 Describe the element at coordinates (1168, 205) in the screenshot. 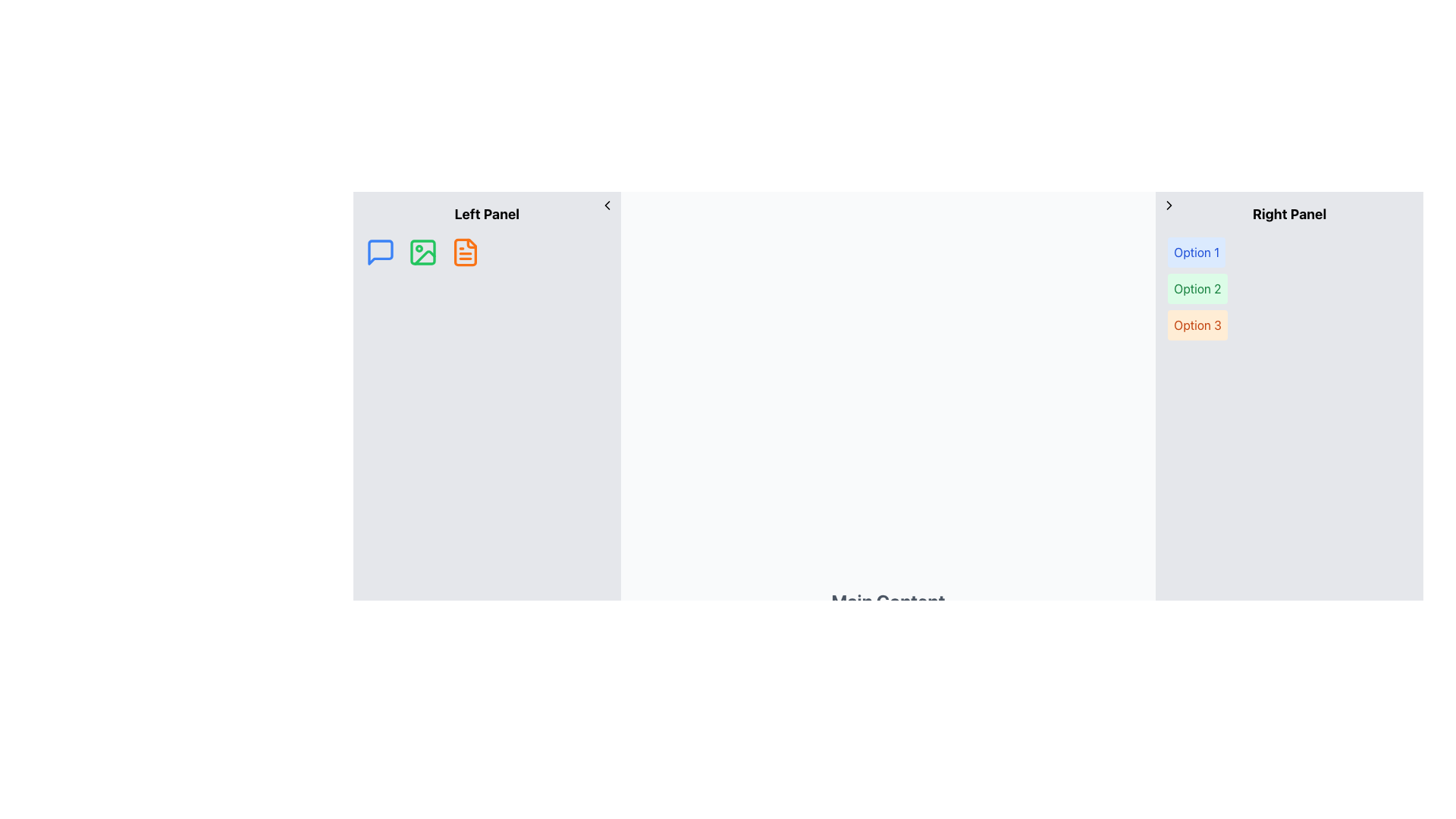

I see `the small black arrow icon button styled as a chevron, located in the top-left corner of the right-side panel` at that location.